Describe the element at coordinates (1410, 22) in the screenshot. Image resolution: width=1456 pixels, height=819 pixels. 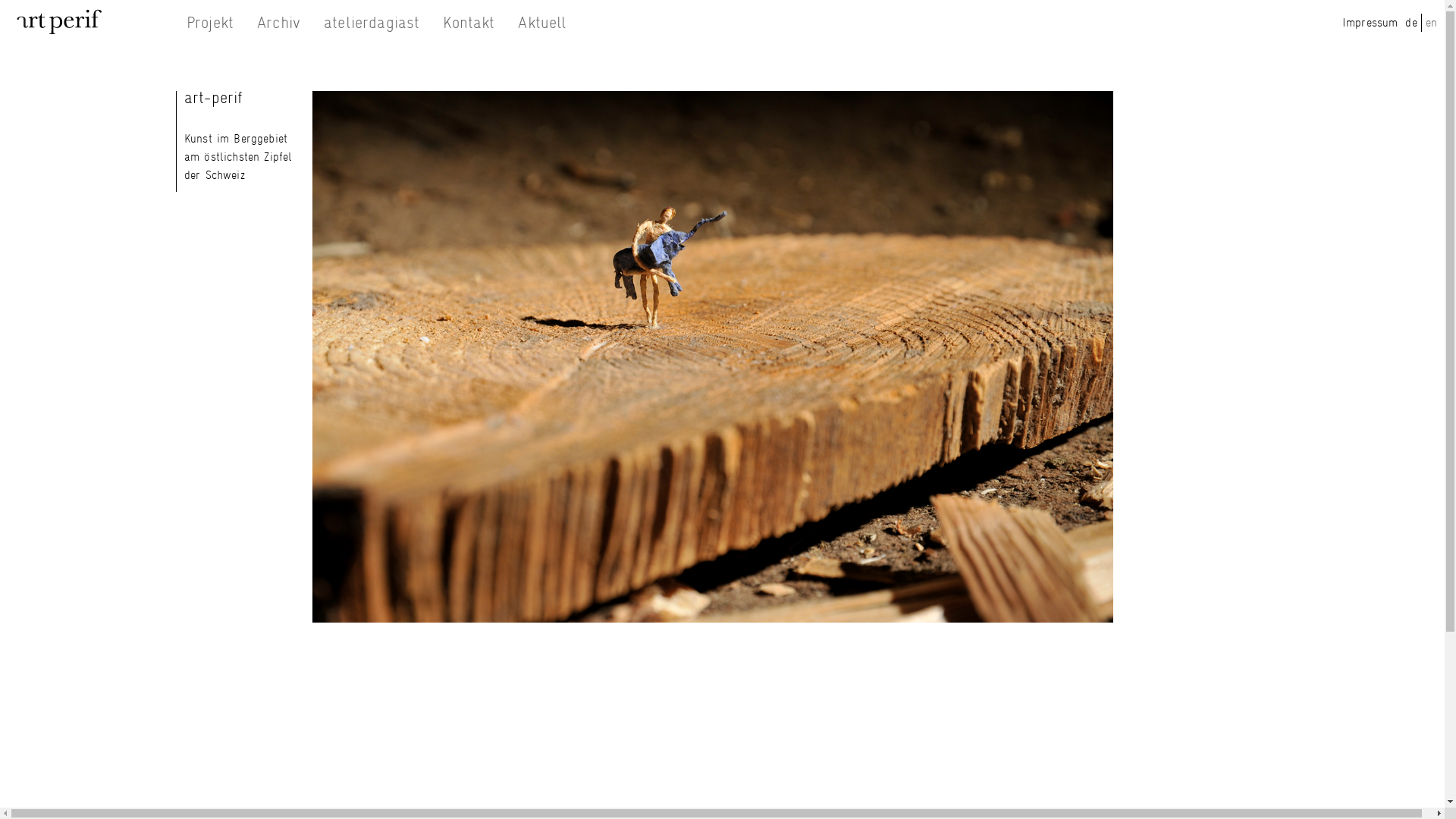
I see `'de'` at that location.